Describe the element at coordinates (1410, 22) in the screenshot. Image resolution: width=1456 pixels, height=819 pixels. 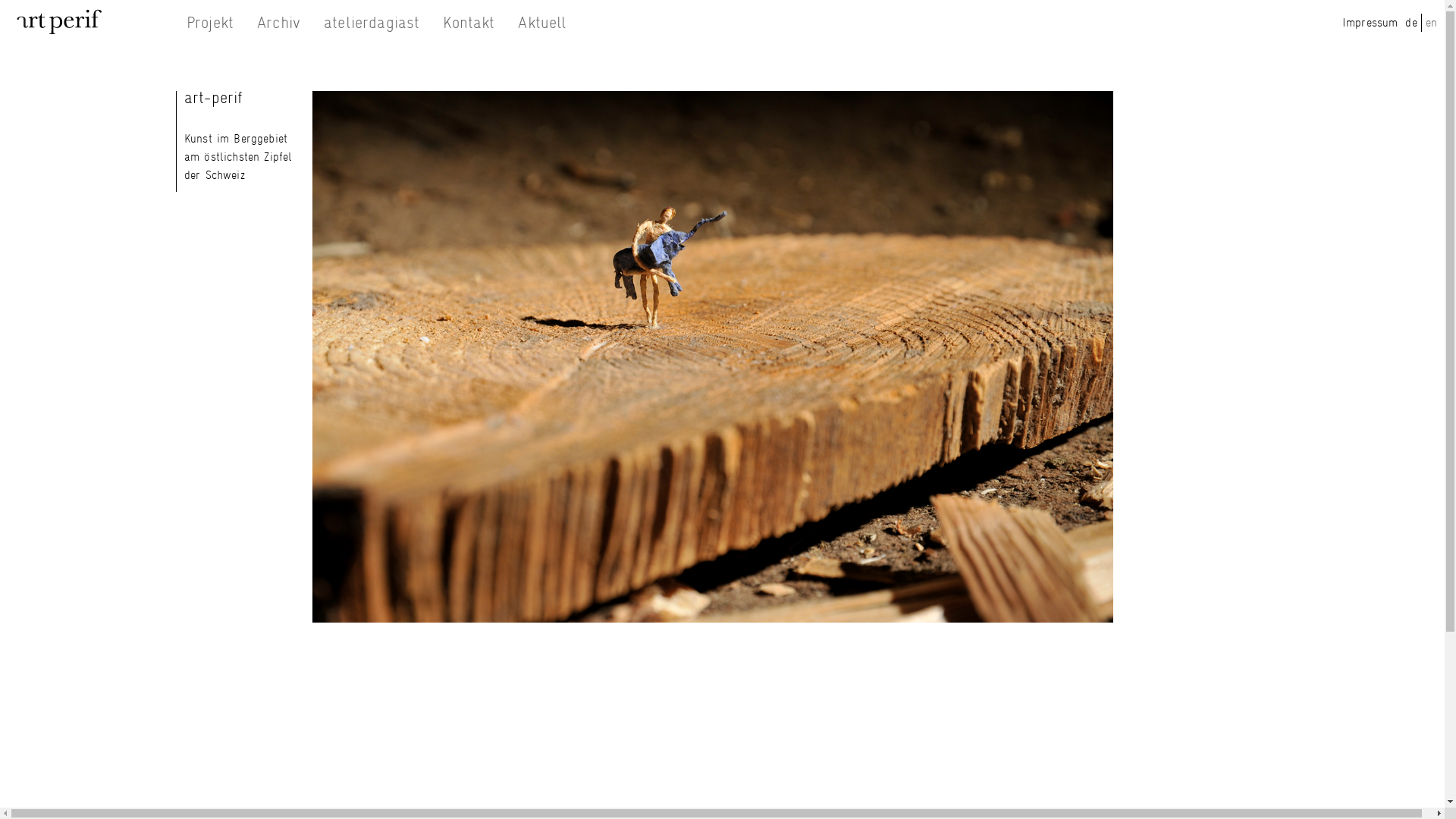
I see `'de'` at that location.